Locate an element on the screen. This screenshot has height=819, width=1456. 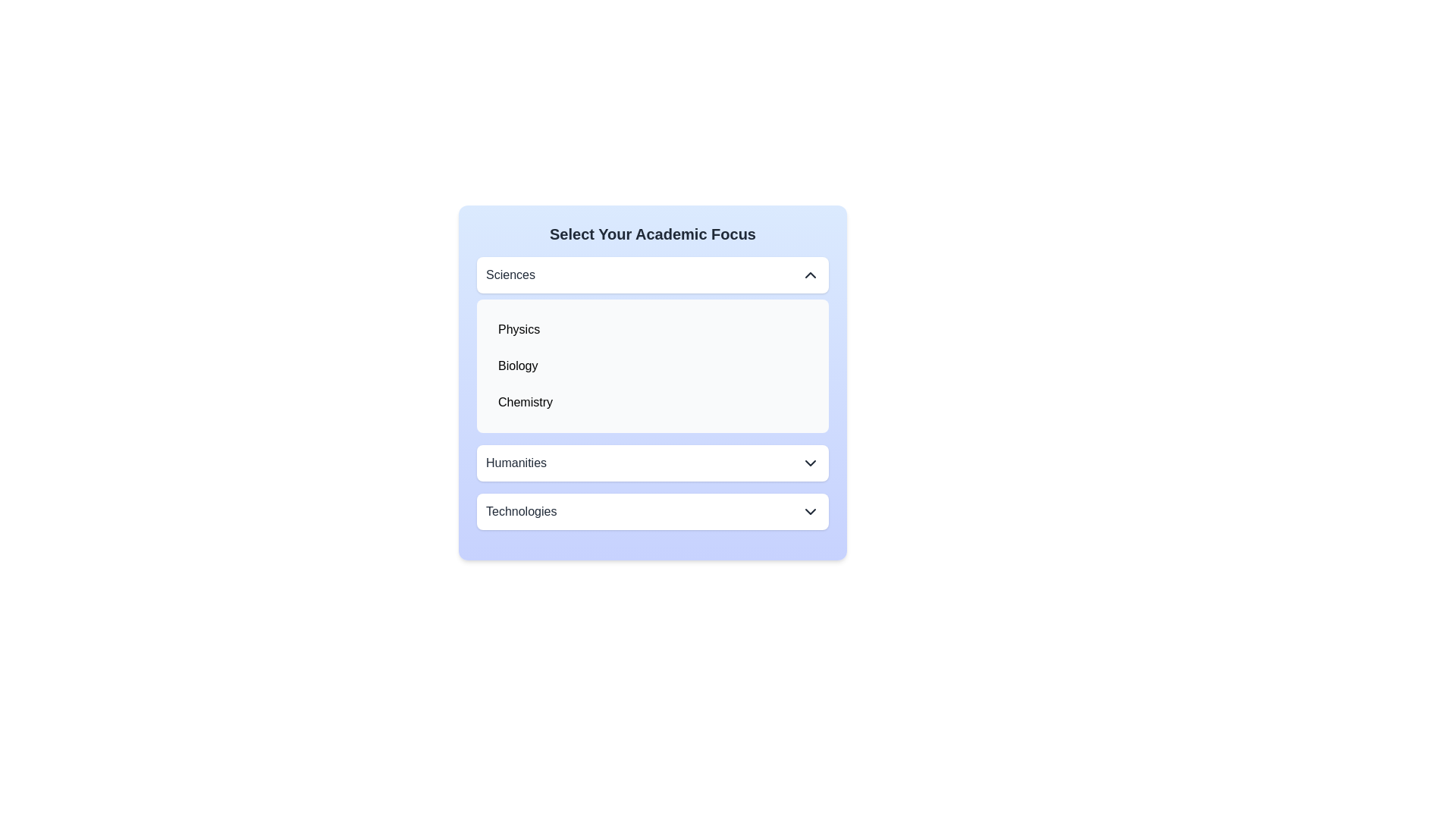
the Dropdown arrow icon located on the right side of the 'Technologies' option is located at coordinates (810, 512).